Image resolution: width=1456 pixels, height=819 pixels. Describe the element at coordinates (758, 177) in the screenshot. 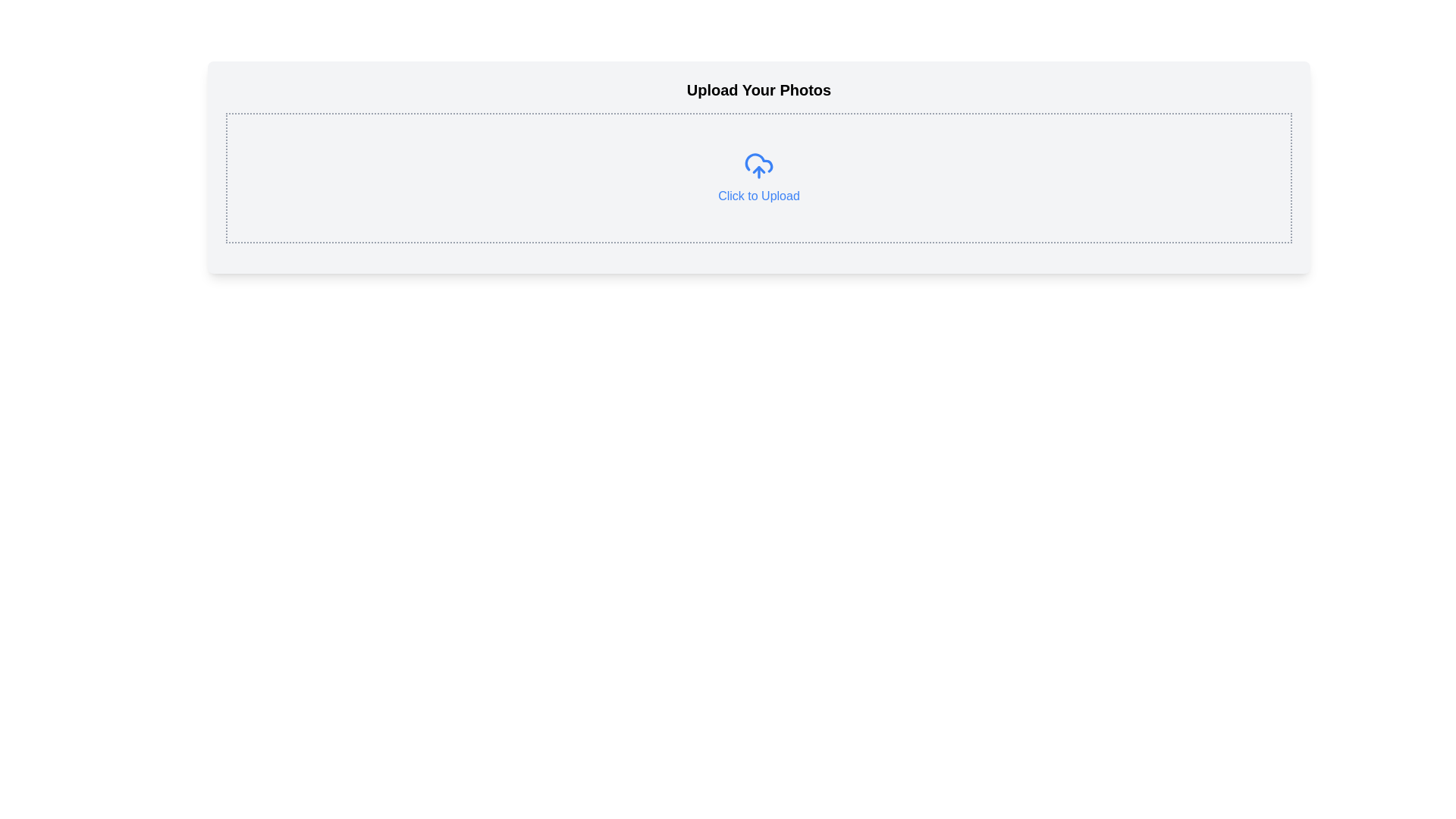

I see `the file upload interface located in the center of the page` at that location.